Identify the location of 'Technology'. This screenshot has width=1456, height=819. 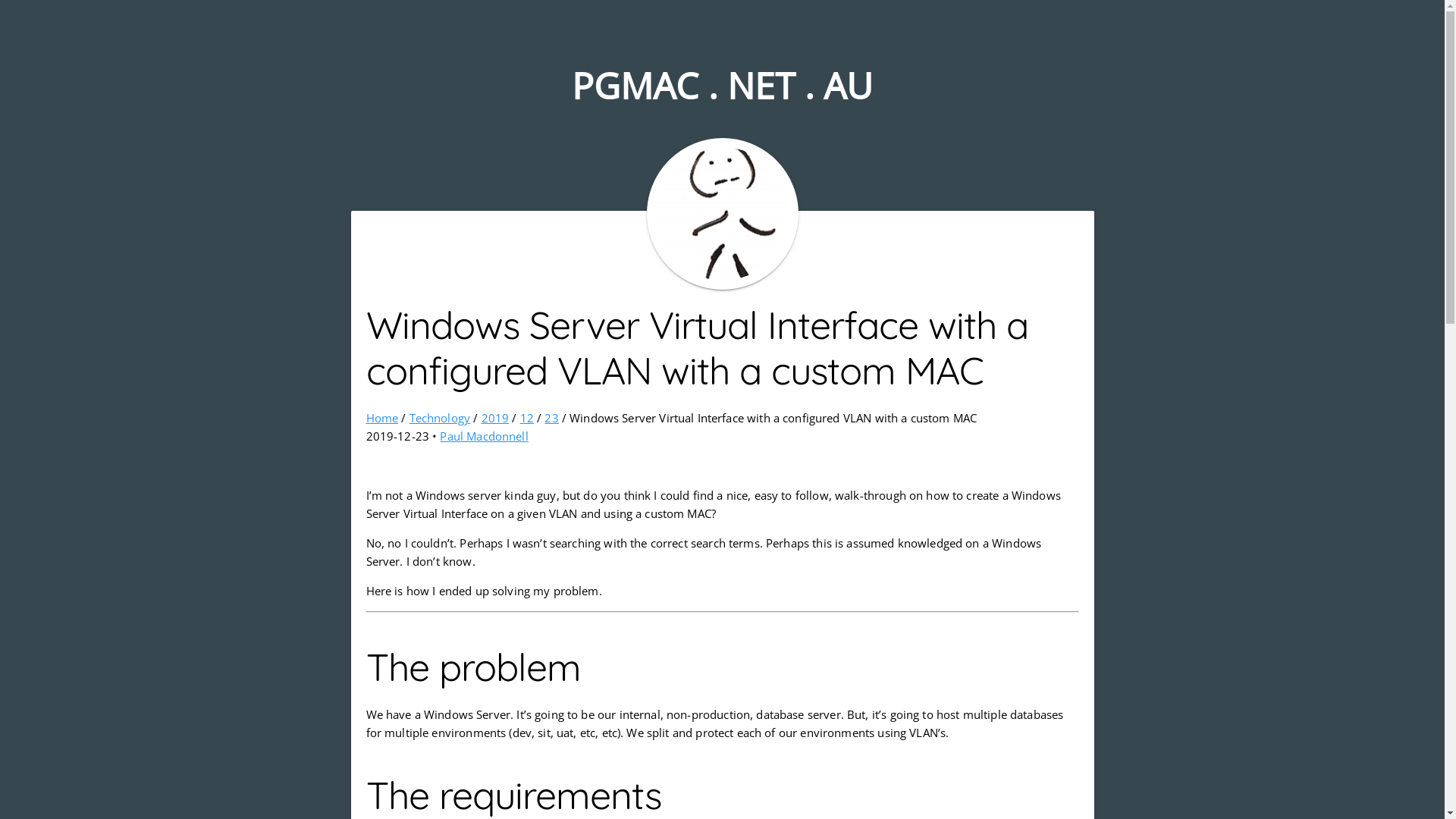
(439, 418).